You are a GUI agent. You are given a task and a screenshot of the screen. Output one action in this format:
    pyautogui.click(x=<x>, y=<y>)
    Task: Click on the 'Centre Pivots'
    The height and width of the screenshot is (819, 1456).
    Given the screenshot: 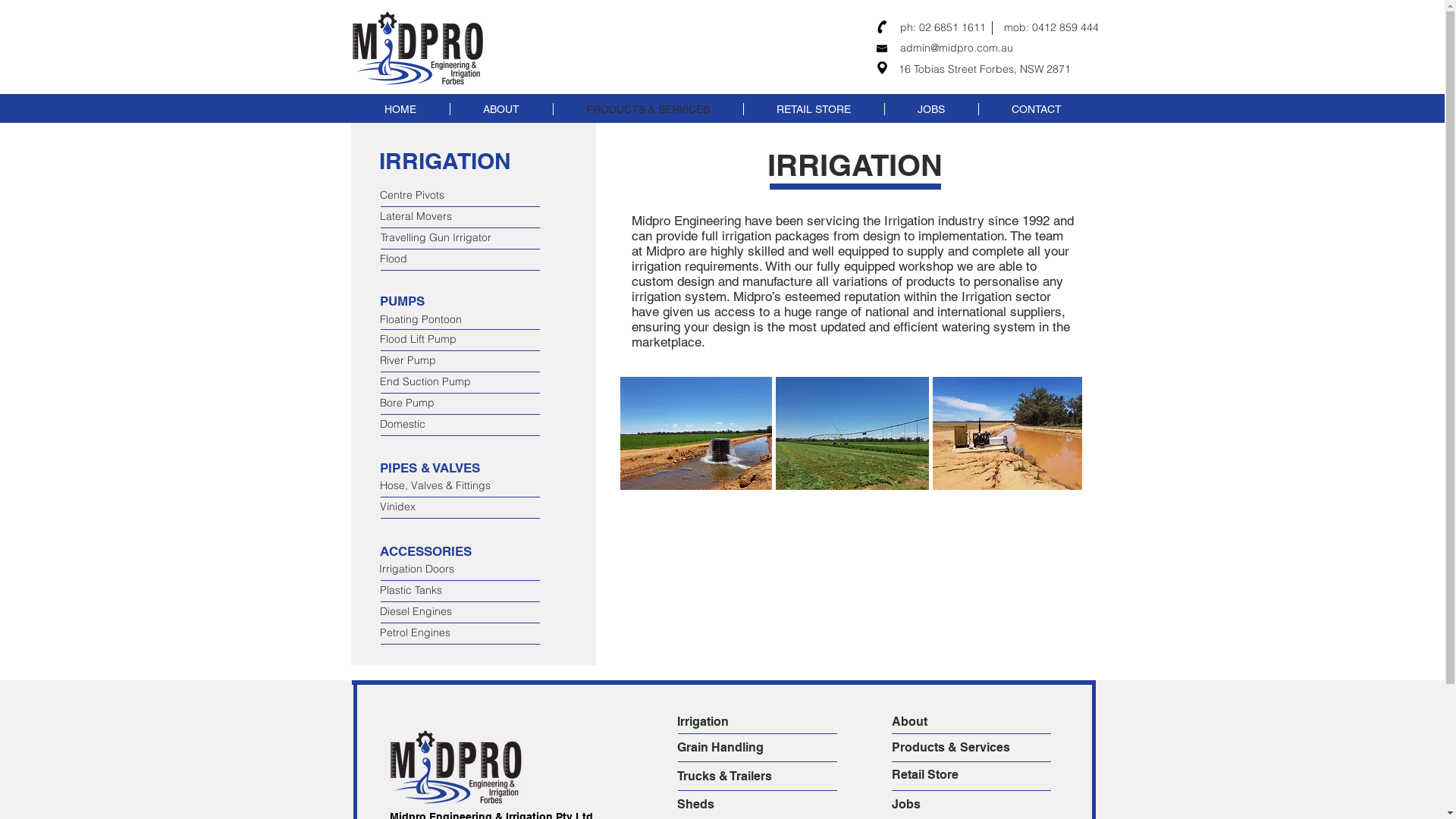 What is the action you would take?
    pyautogui.click(x=458, y=195)
    